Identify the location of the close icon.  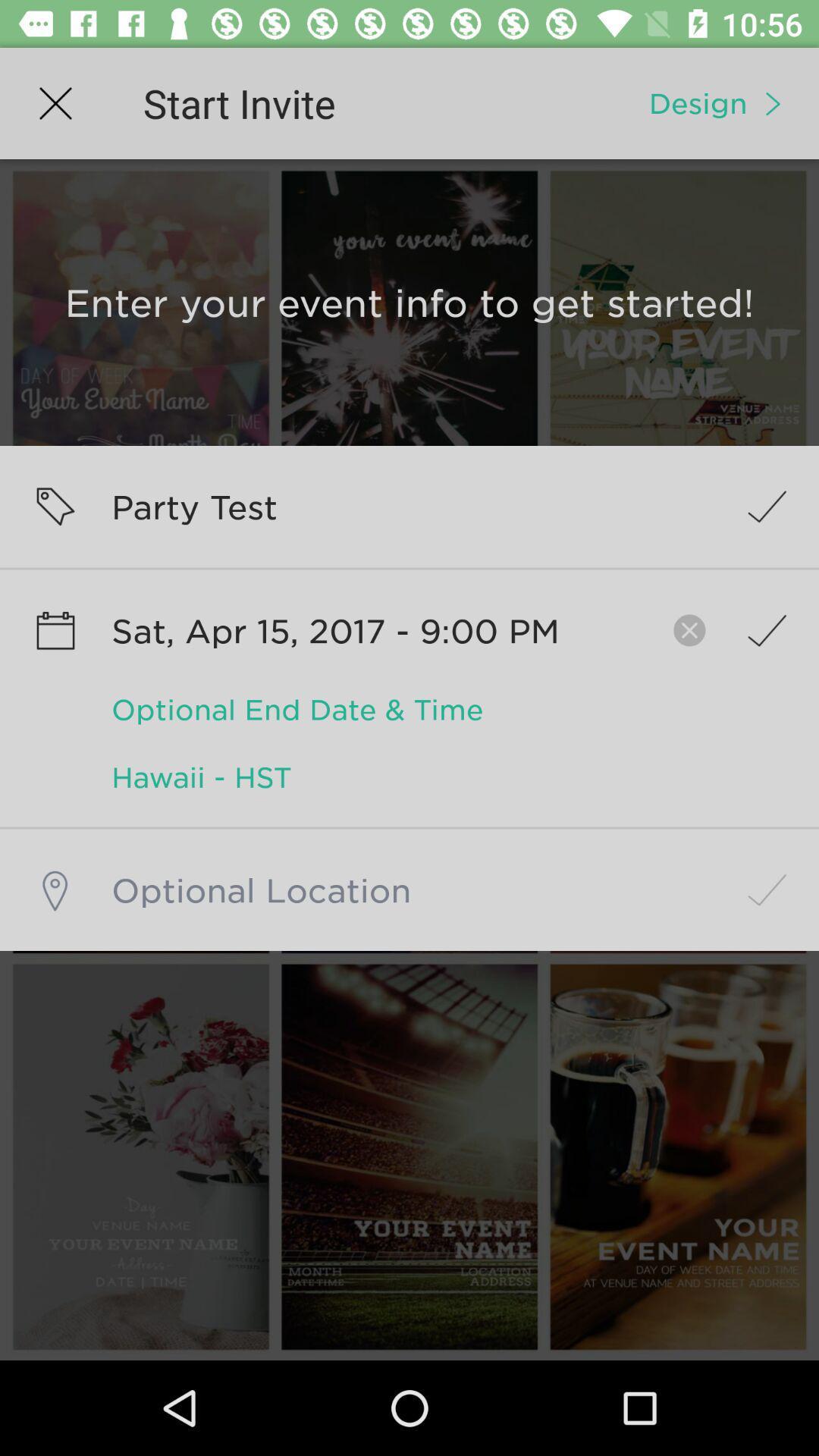
(680, 630).